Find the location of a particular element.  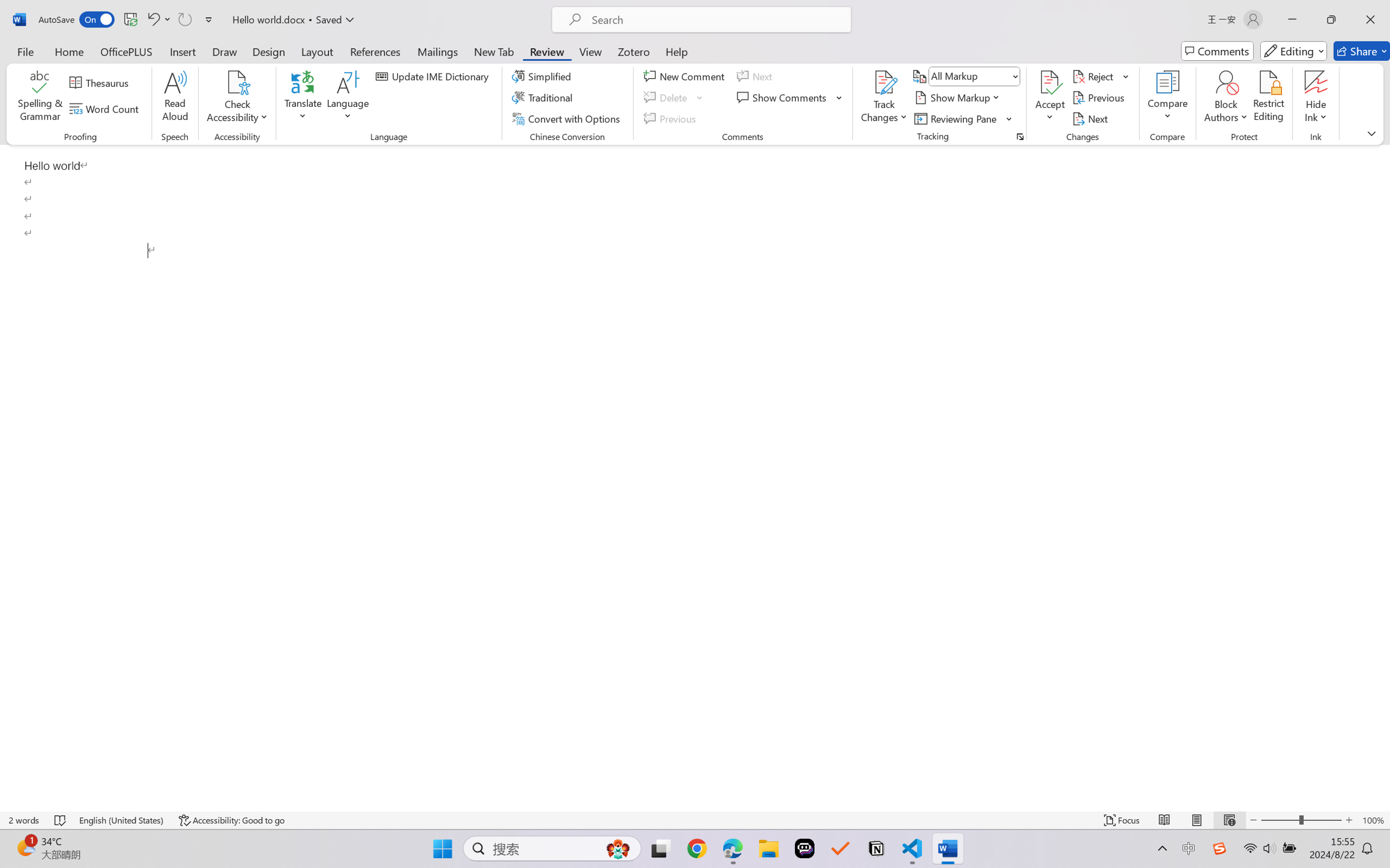

'Web Layout' is located at coordinates (1229, 820).